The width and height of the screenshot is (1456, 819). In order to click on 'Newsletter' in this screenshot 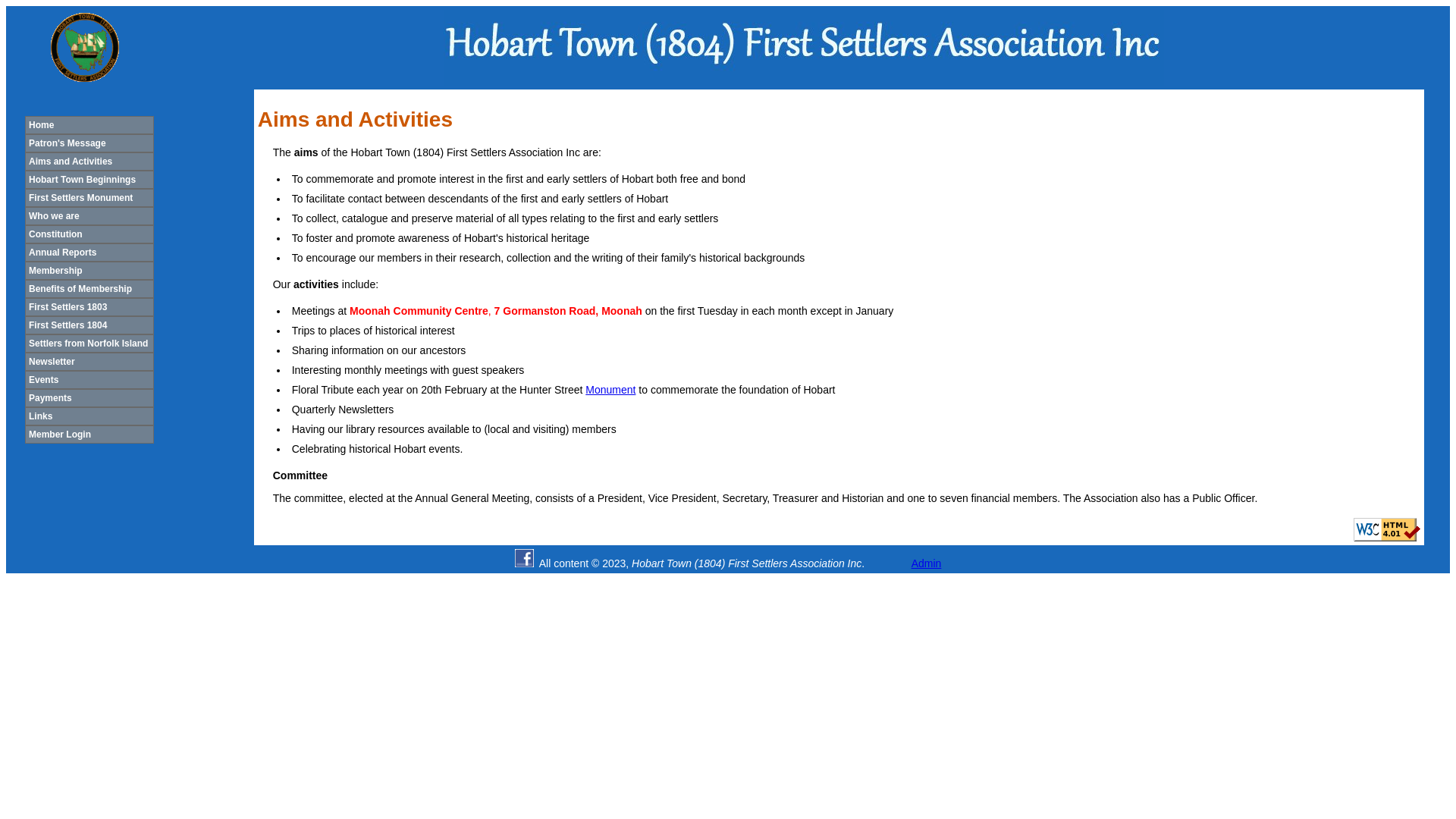, I will do `click(89, 362)`.